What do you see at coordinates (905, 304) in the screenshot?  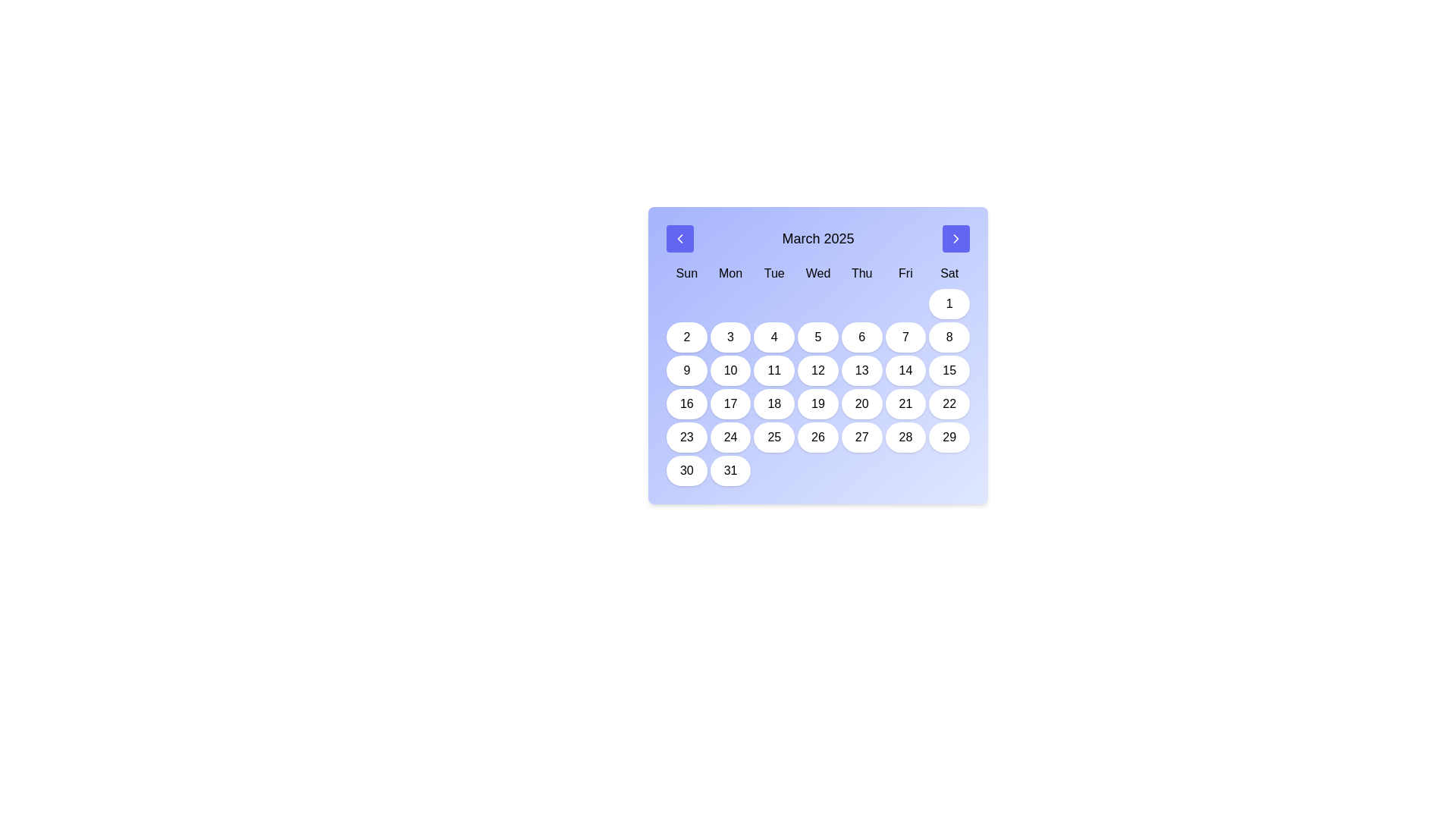 I see `the placeholder element in the first row, sixth column of the calendar grid` at bounding box center [905, 304].